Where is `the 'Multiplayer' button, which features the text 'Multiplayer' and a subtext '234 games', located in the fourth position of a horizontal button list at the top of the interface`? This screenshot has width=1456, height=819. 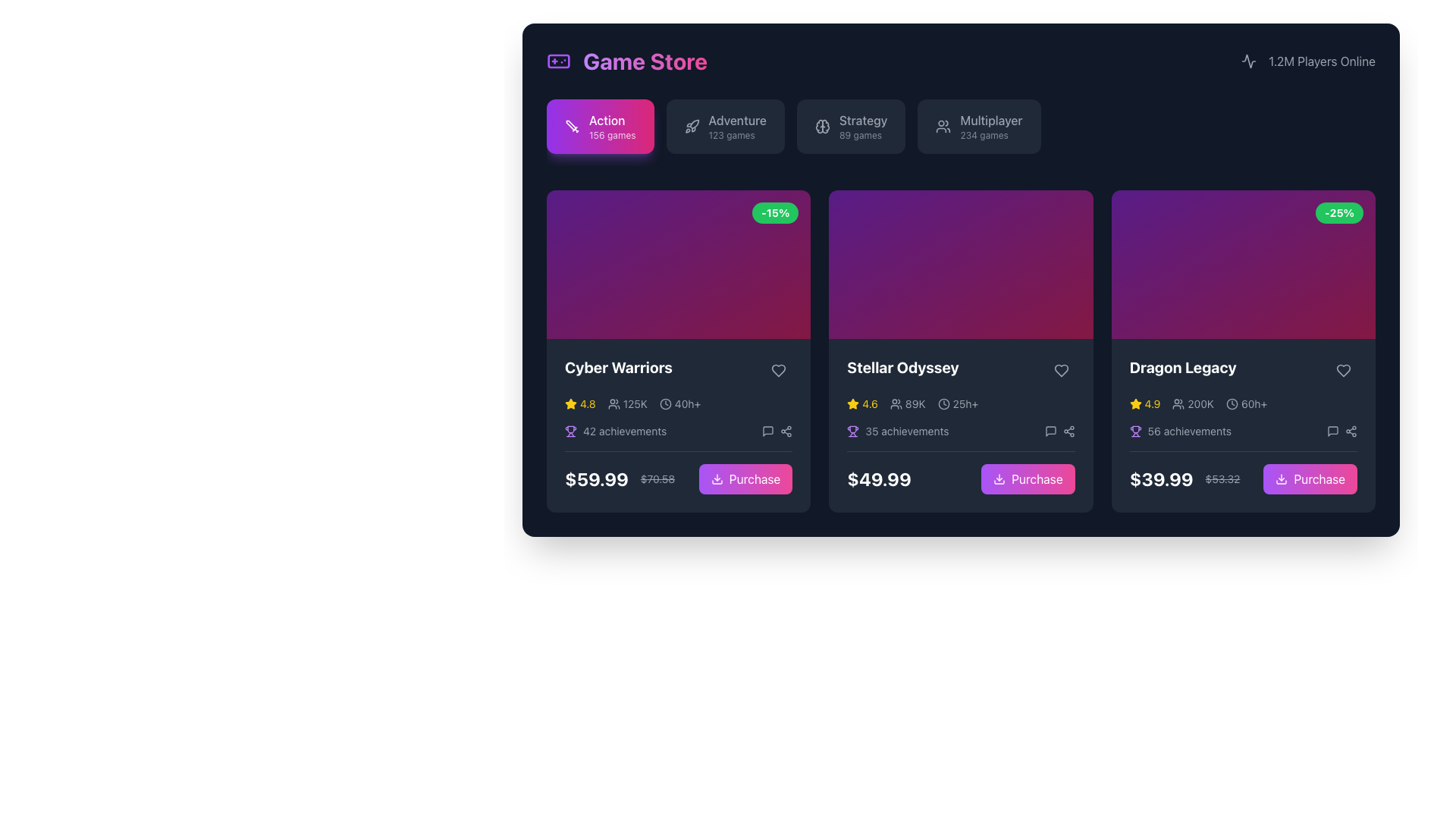
the 'Multiplayer' button, which features the text 'Multiplayer' and a subtext '234 games', located in the fourth position of a horizontal button list at the top of the interface is located at coordinates (979, 125).